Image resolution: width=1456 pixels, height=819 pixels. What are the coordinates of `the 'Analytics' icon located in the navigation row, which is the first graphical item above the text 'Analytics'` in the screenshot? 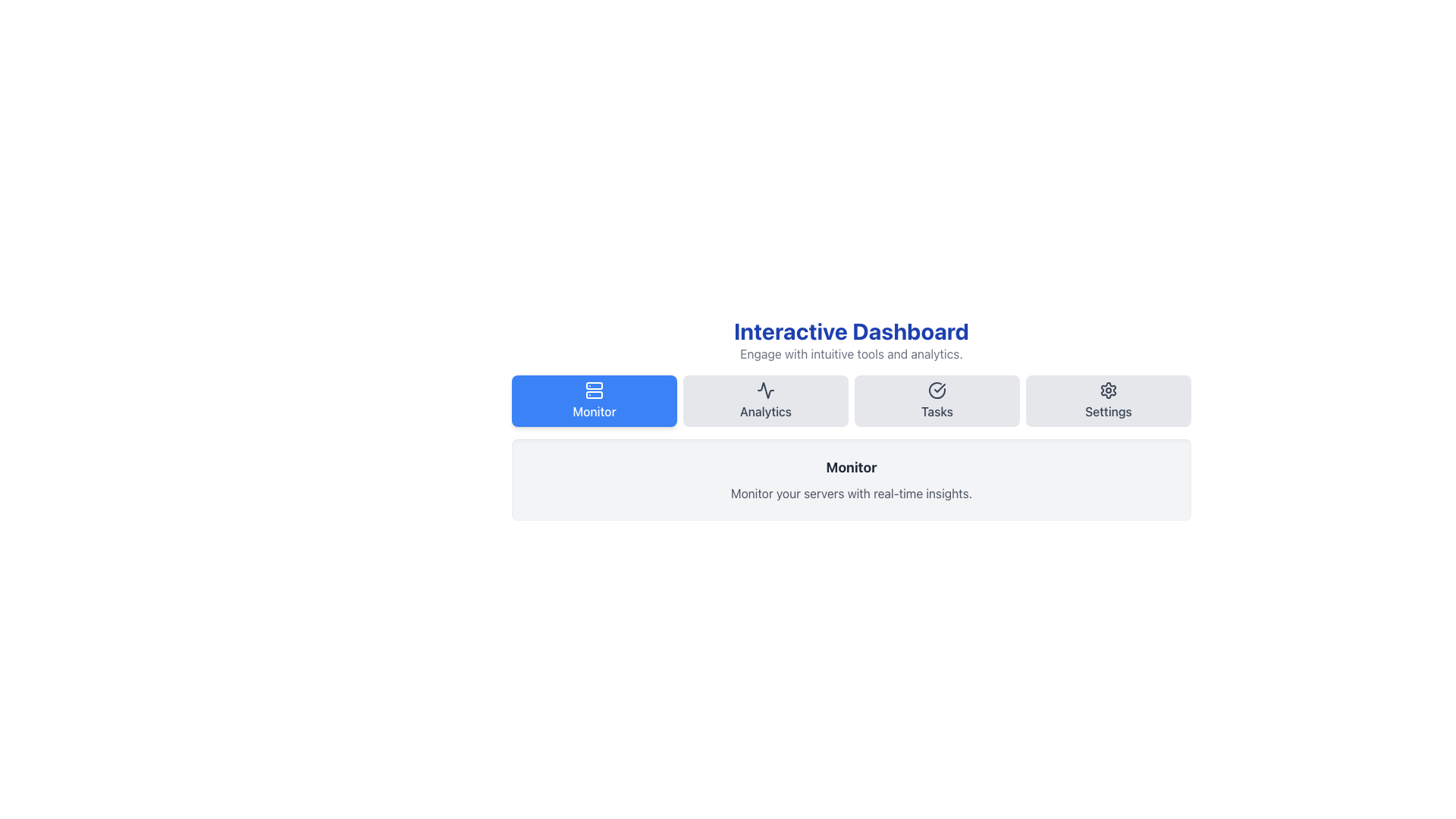 It's located at (765, 390).